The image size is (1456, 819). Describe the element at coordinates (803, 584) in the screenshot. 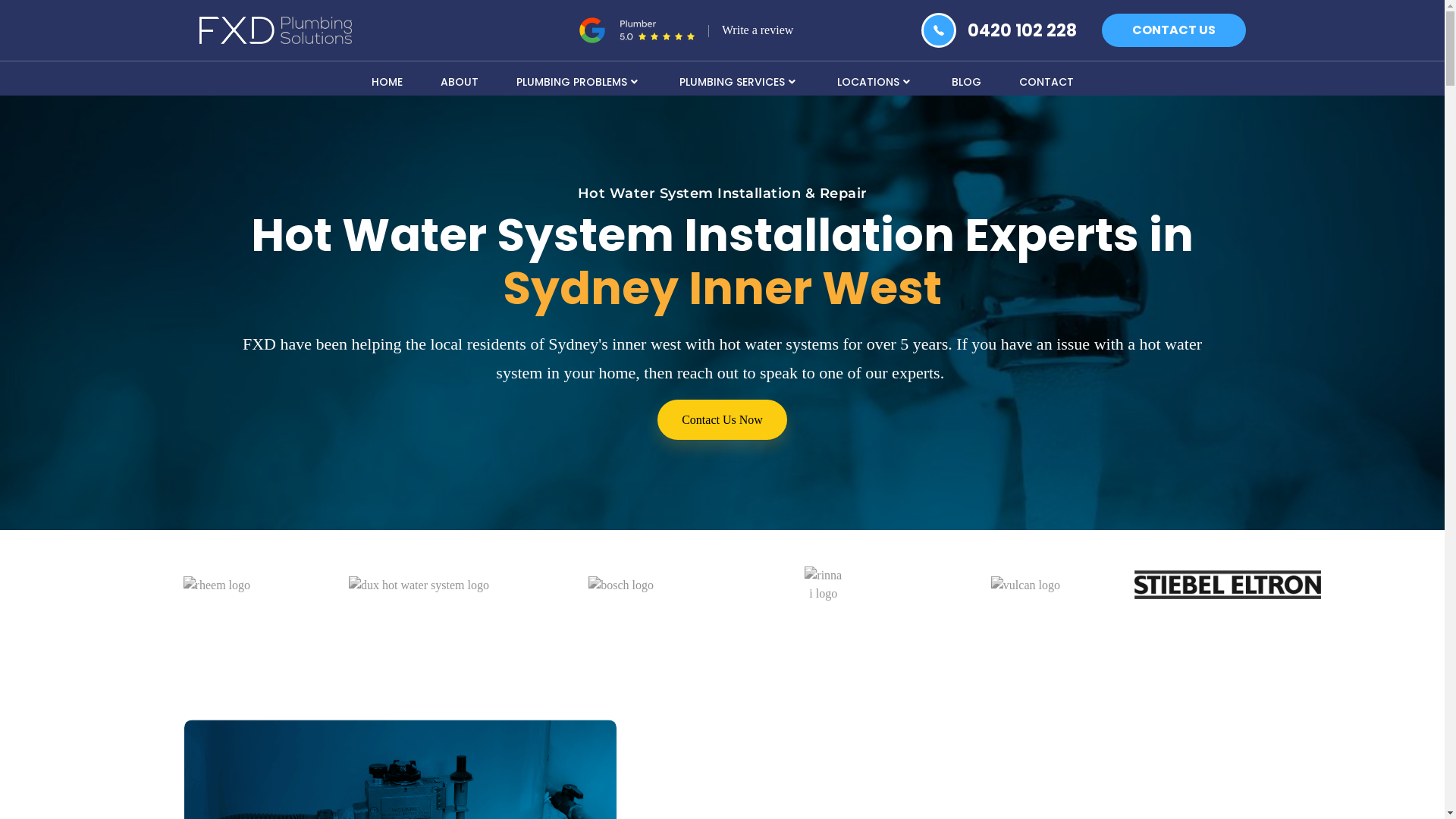

I see `'rinnai logo'` at that location.